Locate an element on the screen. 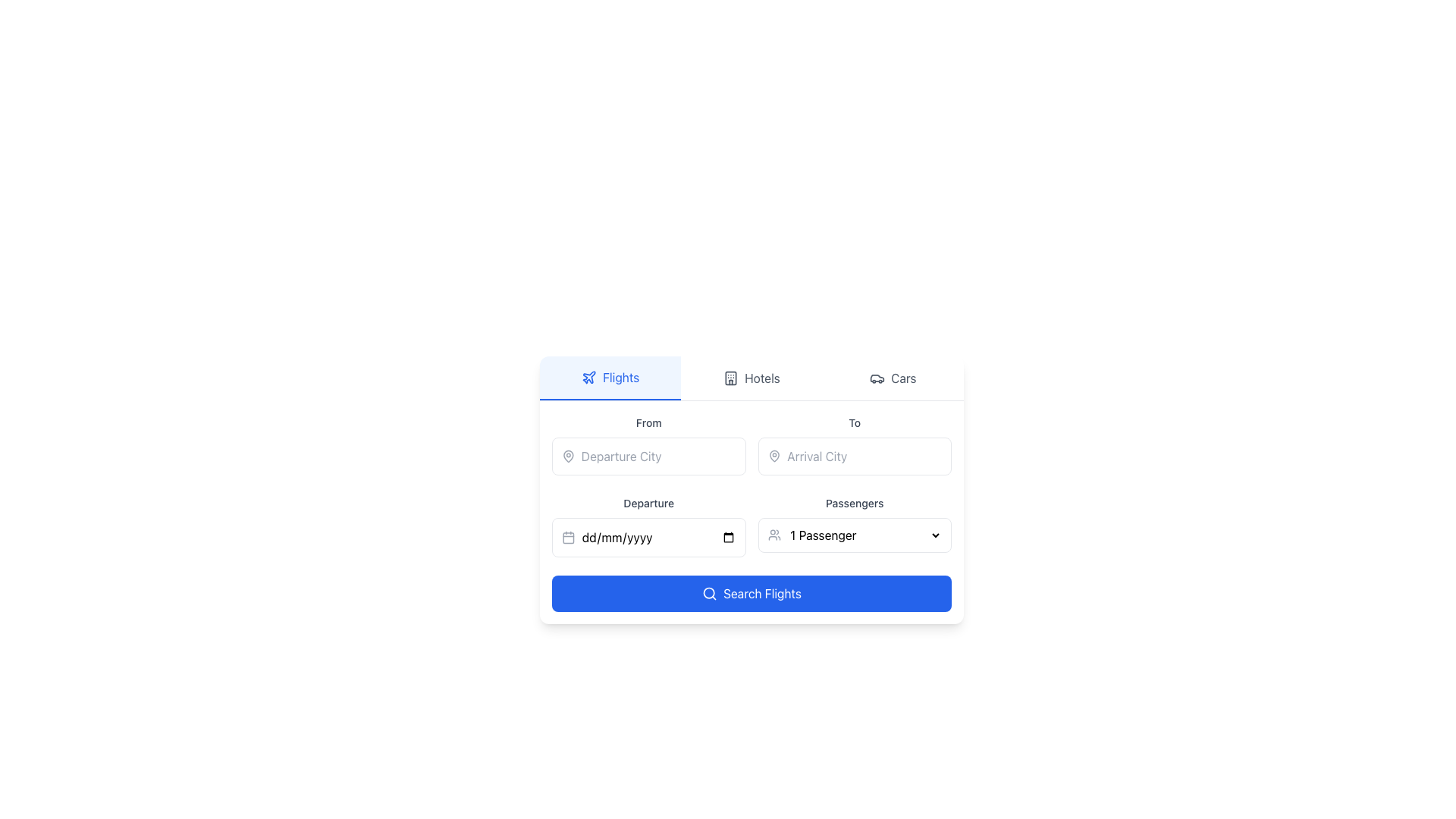  a departure date from the date picker in the flight search interface, located centrally below the 'From' and 'To' input fields is located at coordinates (752, 525).